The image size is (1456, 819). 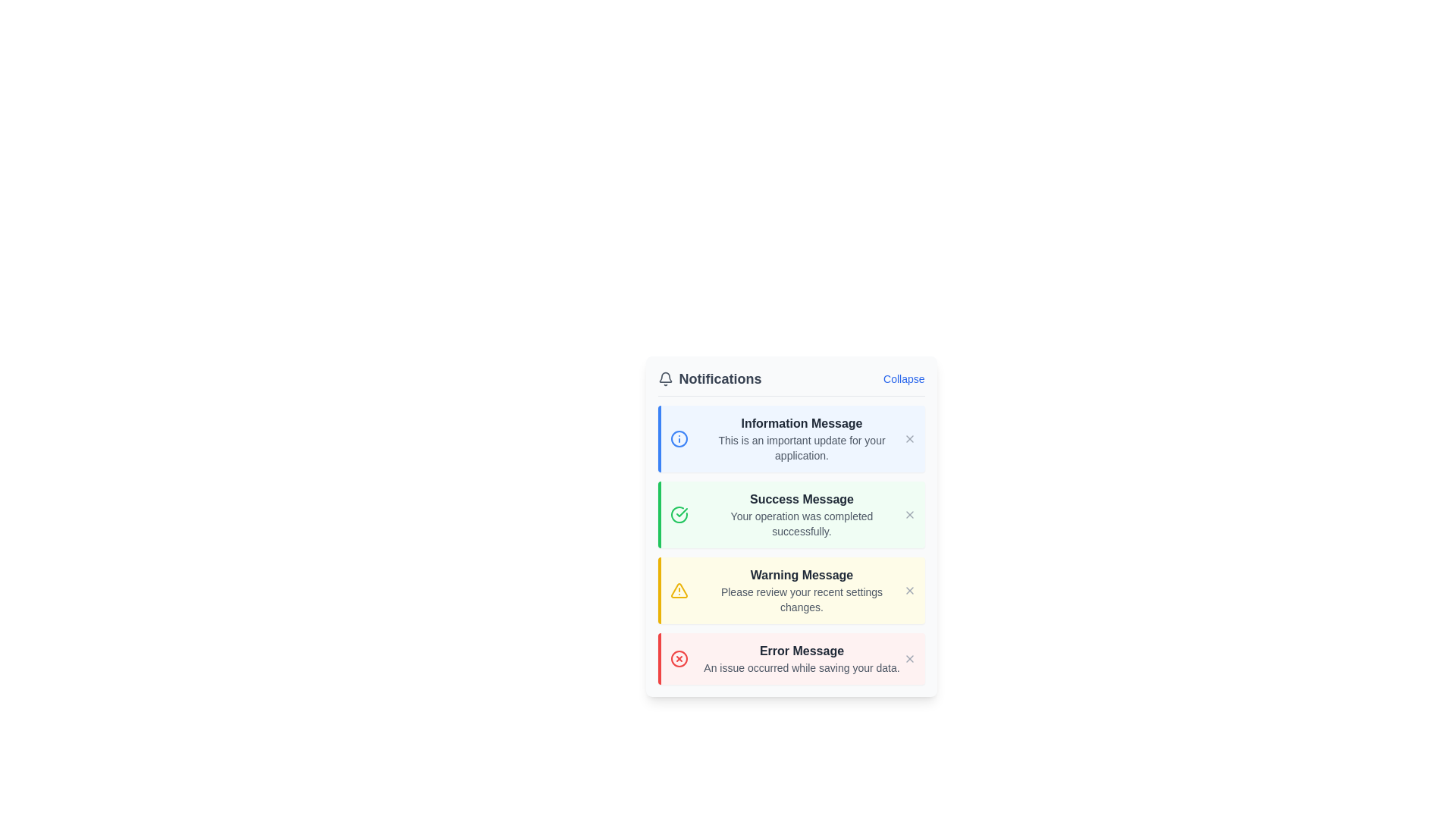 What do you see at coordinates (801, 657) in the screenshot?
I see `formatting or styling of the Text label element that displays an error message regarding saving data, located inside the red-bordered notification at the bottom of the stack of notifications` at bounding box center [801, 657].